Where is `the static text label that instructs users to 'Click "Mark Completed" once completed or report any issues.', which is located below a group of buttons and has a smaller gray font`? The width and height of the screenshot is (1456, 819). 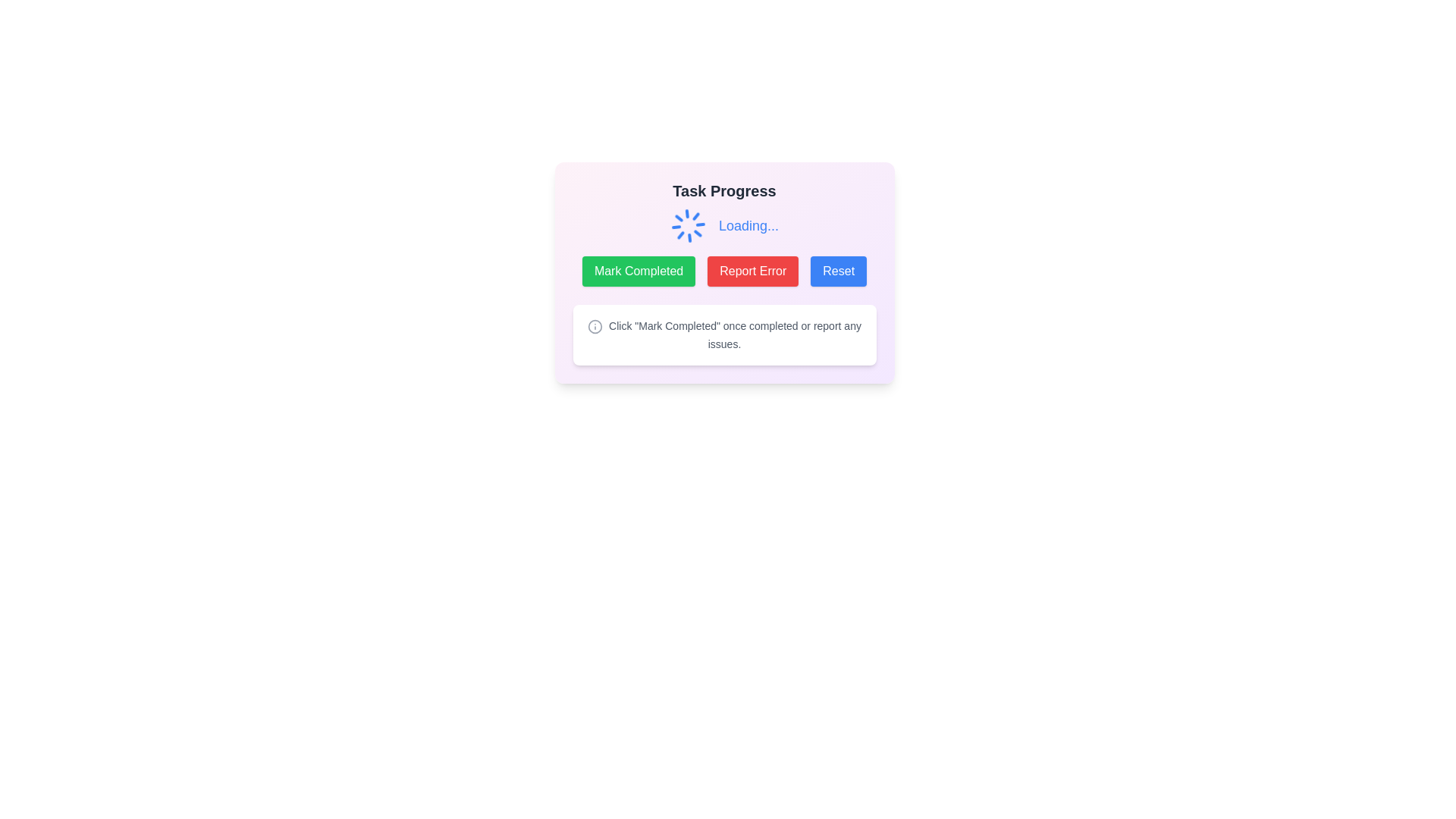
the static text label that instructs users to 'Click "Mark Completed" once completed or report any issues.', which is located below a group of buttons and has a smaller gray font is located at coordinates (735, 334).